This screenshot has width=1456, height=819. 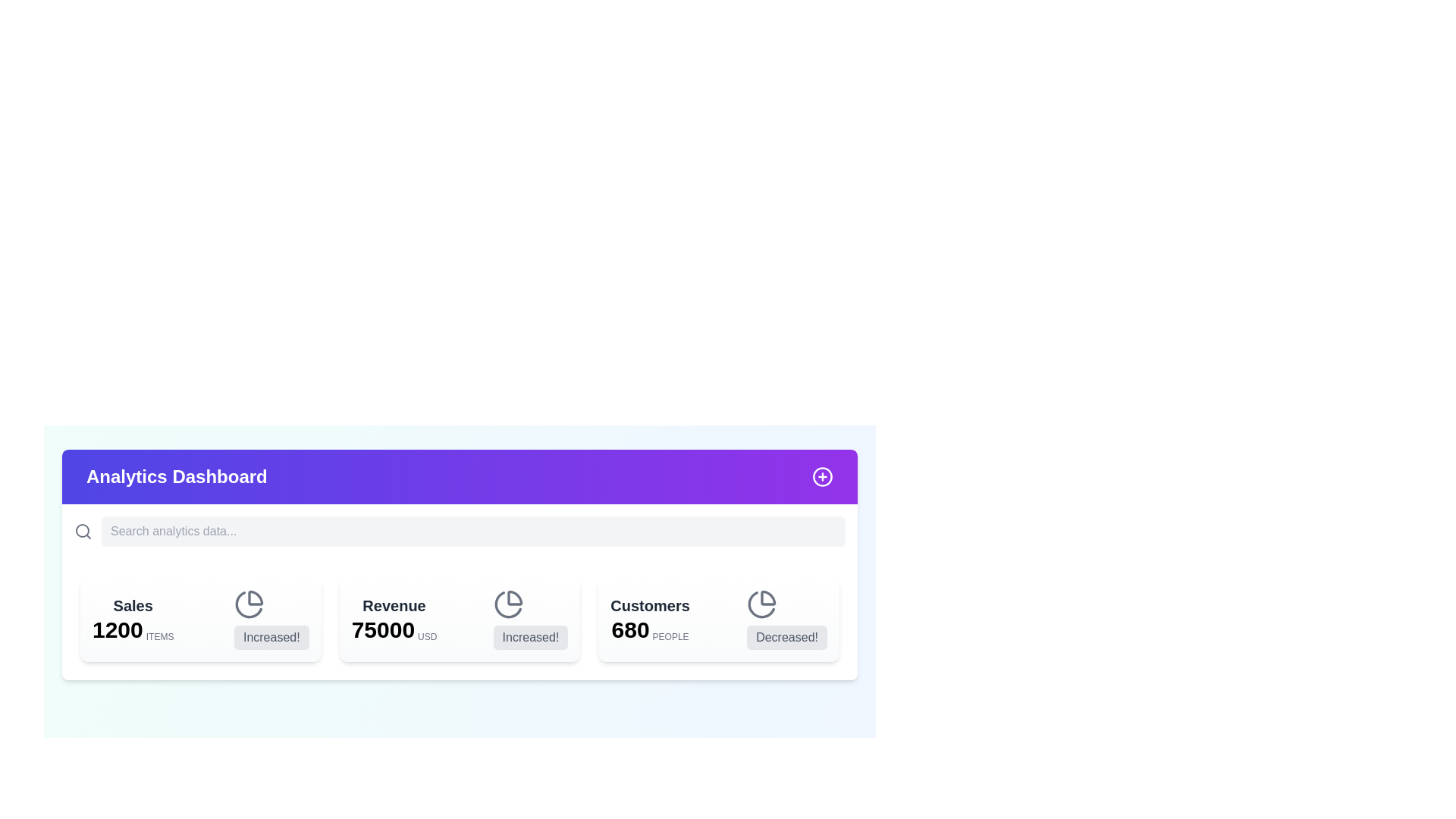 I want to click on the Text label that displays a status or trend indicator related to a decrease, located under the heading 'Customers' on the dashboard, so click(x=787, y=637).